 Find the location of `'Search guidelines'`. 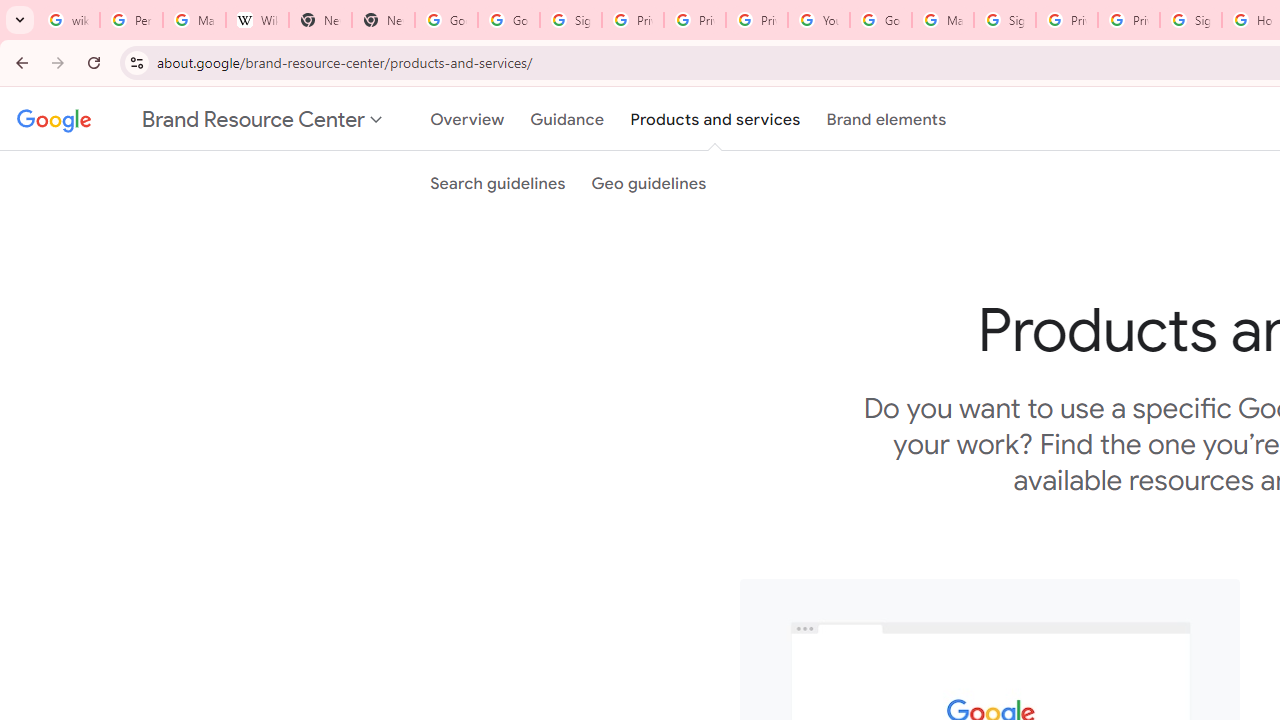

'Search guidelines' is located at coordinates (497, 183).